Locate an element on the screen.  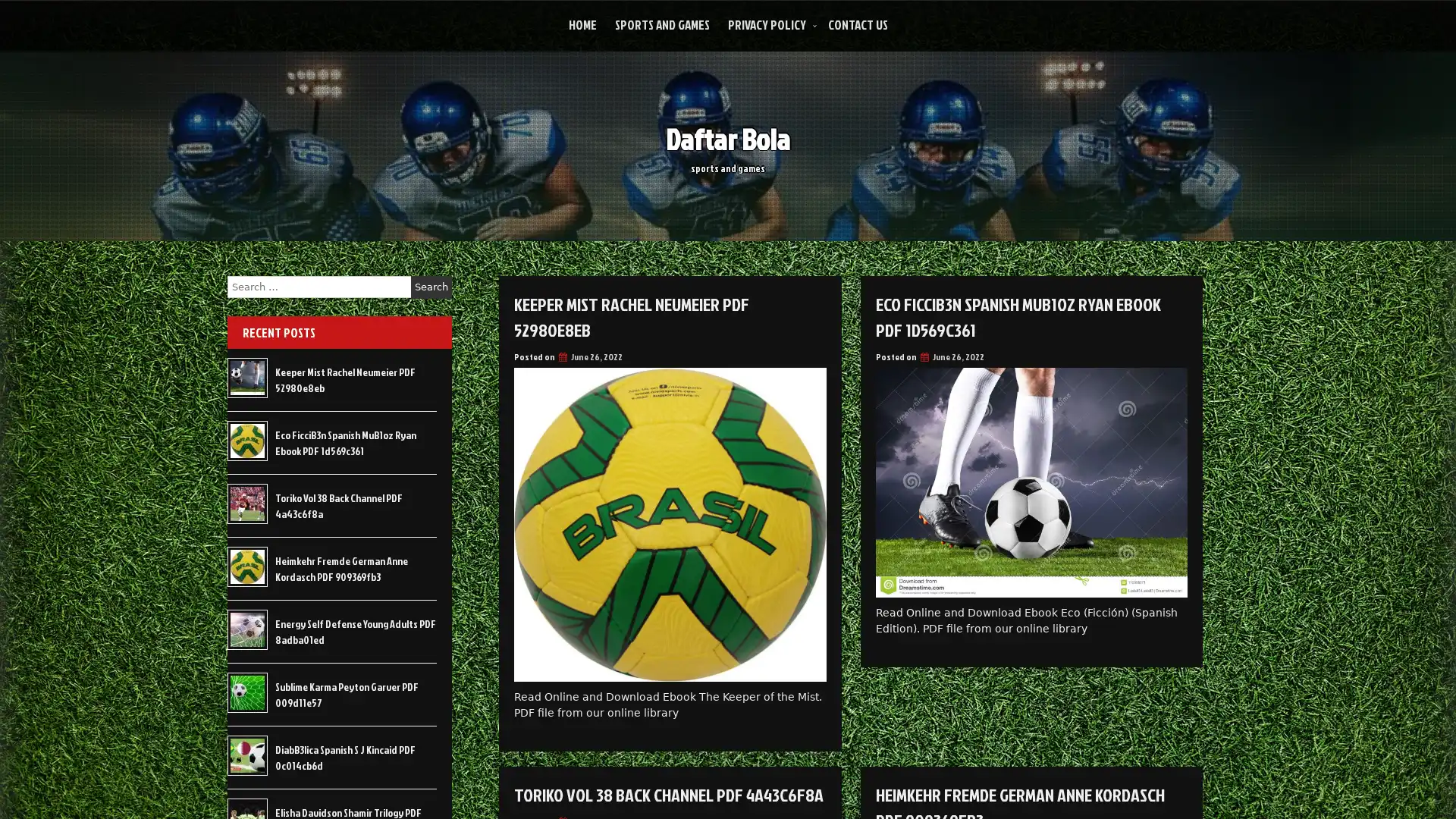
Search is located at coordinates (431, 287).